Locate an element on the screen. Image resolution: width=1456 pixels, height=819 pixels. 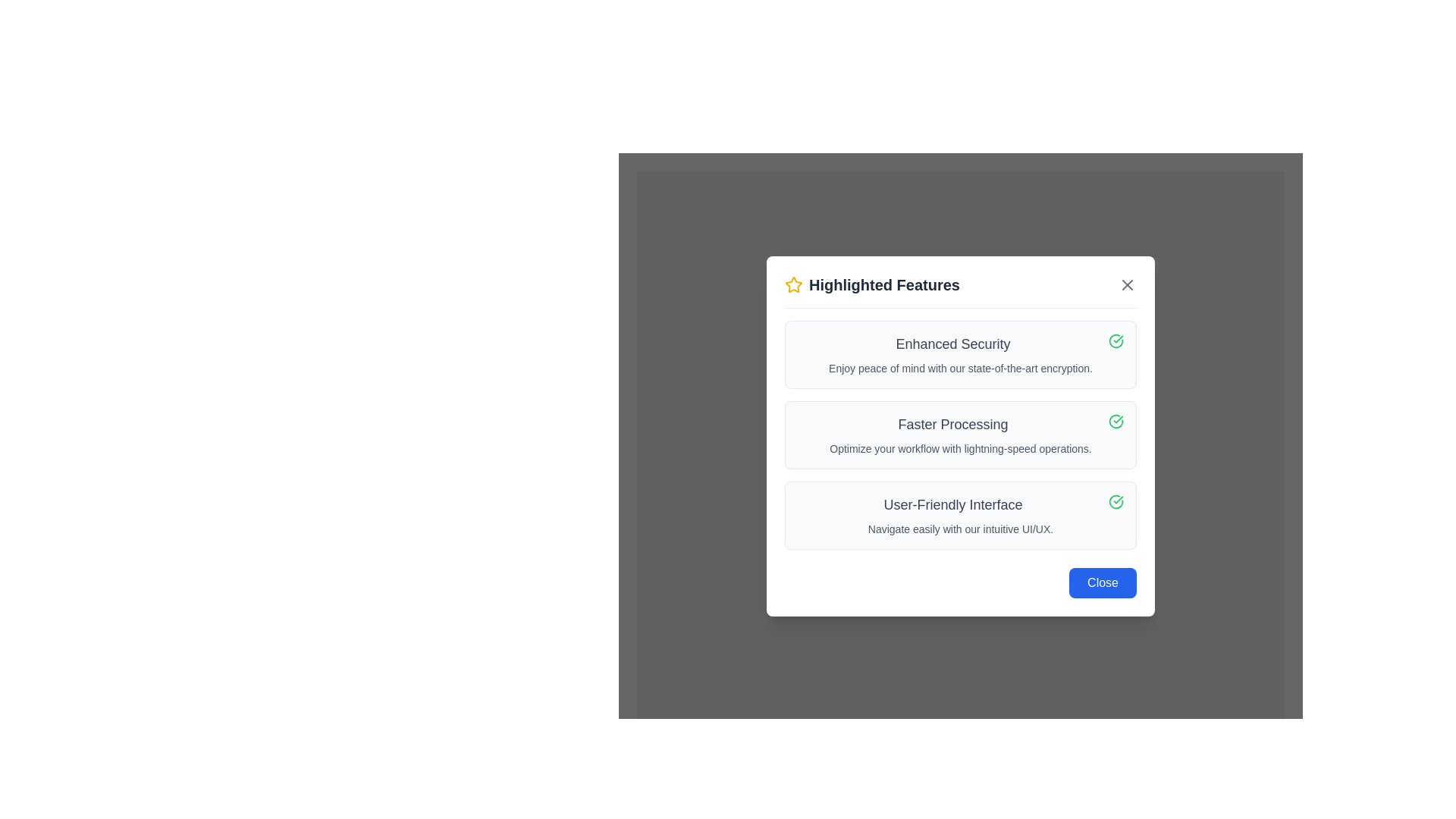
the 'Faster Processing' feature description card, which is the second card in a vertical stack on the modal window is located at coordinates (960, 435).